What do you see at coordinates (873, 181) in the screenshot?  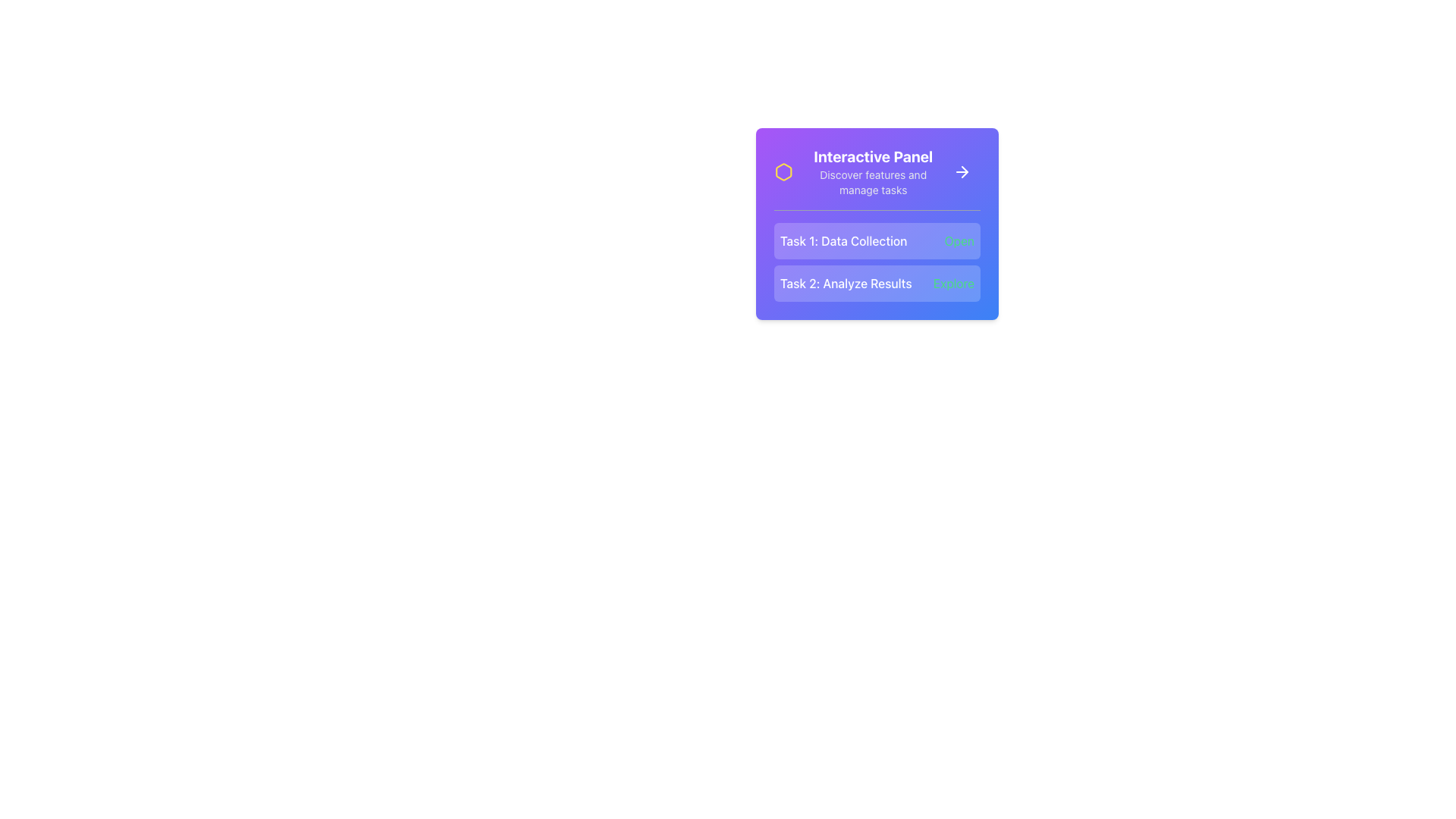 I see `the informational text displaying 'Discover features and manage tasks', which is styled in light gray on a gradient purple-blue background and located below the 'Interactive Panel' title` at bounding box center [873, 181].